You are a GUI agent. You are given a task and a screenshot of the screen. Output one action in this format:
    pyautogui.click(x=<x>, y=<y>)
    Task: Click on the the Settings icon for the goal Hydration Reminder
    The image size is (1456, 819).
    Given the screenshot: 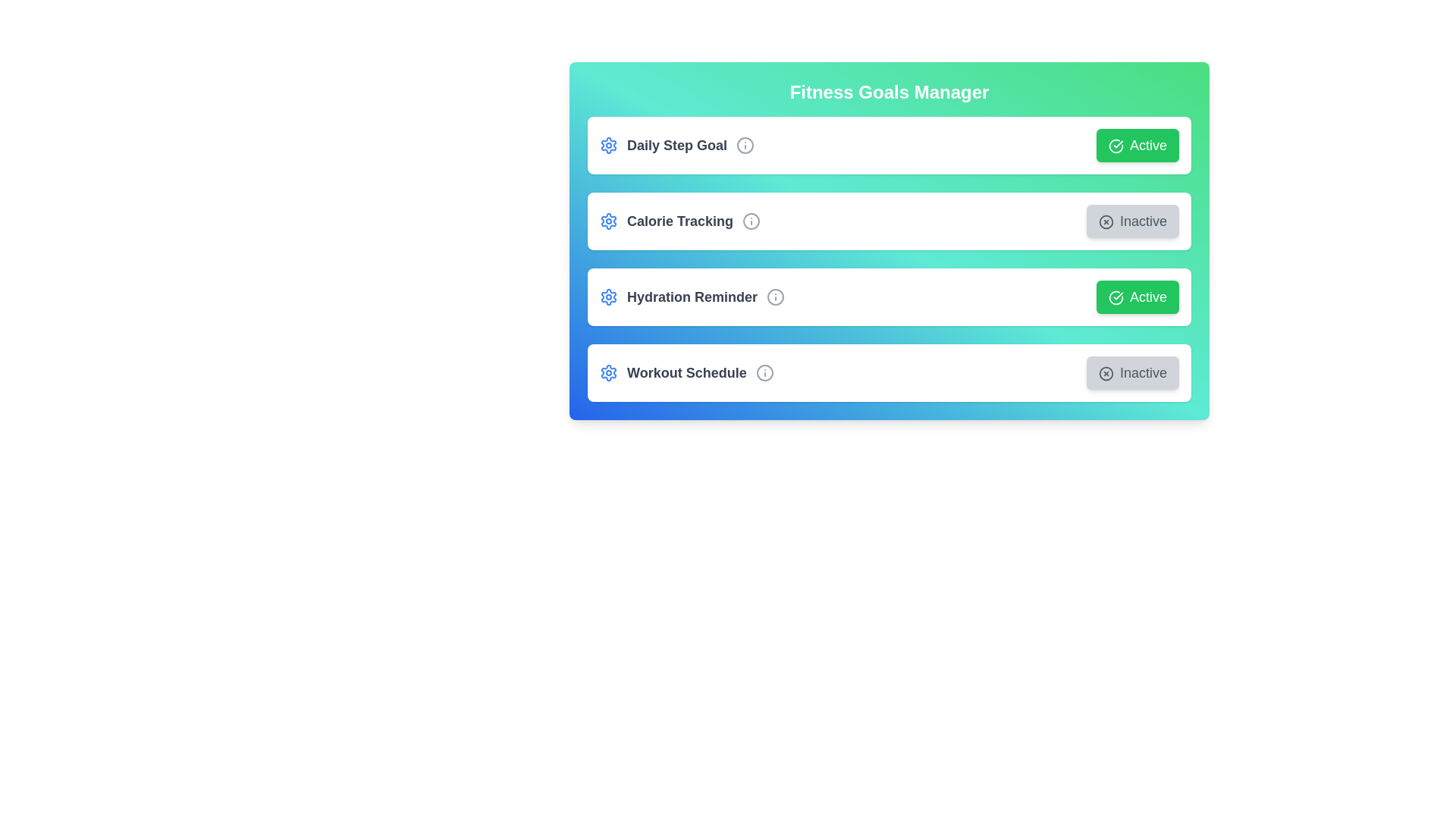 What is the action you would take?
    pyautogui.click(x=608, y=297)
    